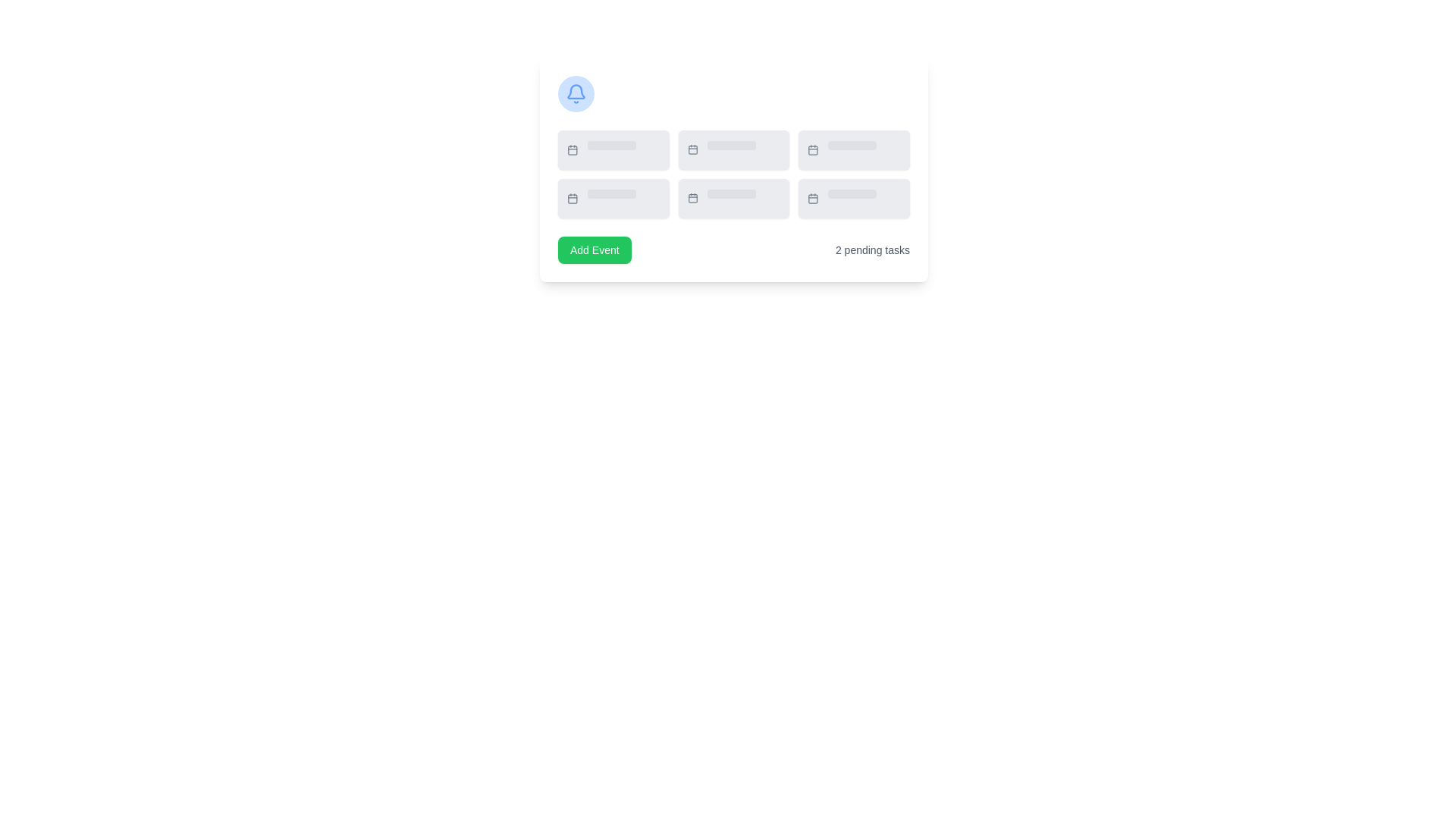 The height and width of the screenshot is (819, 1456). What do you see at coordinates (623, 149) in the screenshot?
I see `the animation of the loading placeholder located in the second placeholder panel of the first row, adjacent to an icon on its left` at bounding box center [623, 149].